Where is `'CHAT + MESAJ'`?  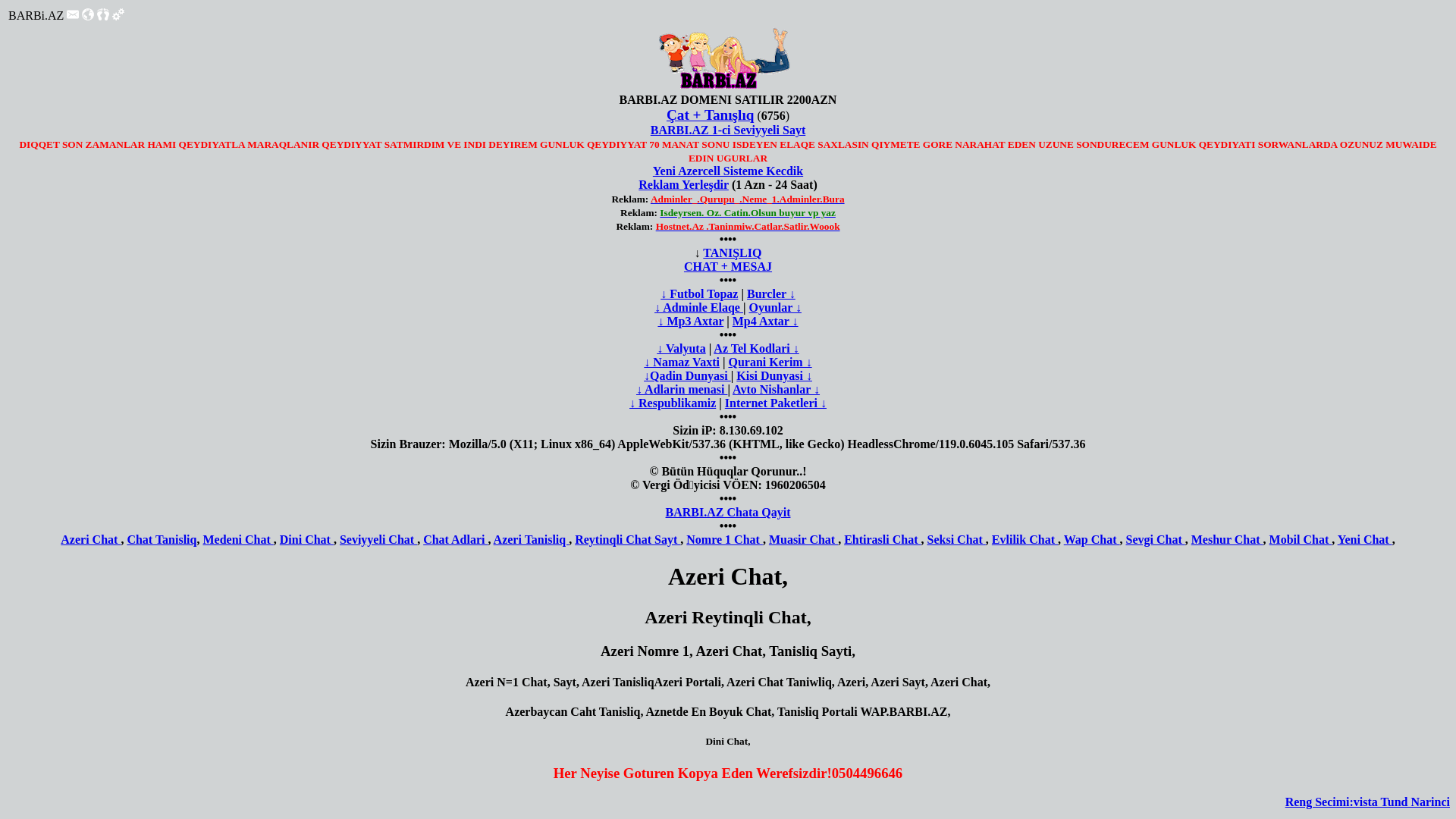 'CHAT + MESAJ' is located at coordinates (728, 265).